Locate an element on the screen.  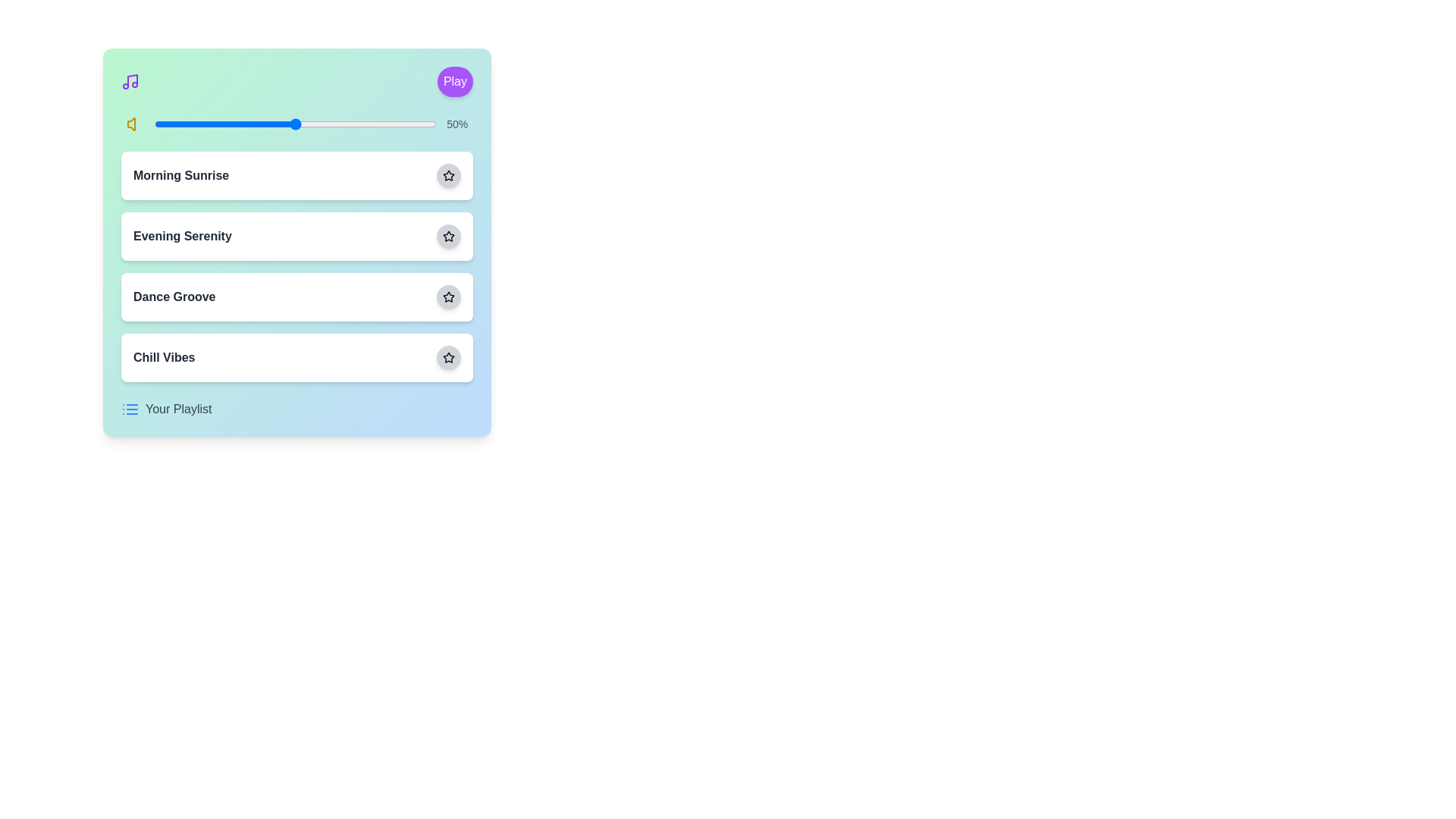
the star-shaped interactive icon is located at coordinates (447, 236).